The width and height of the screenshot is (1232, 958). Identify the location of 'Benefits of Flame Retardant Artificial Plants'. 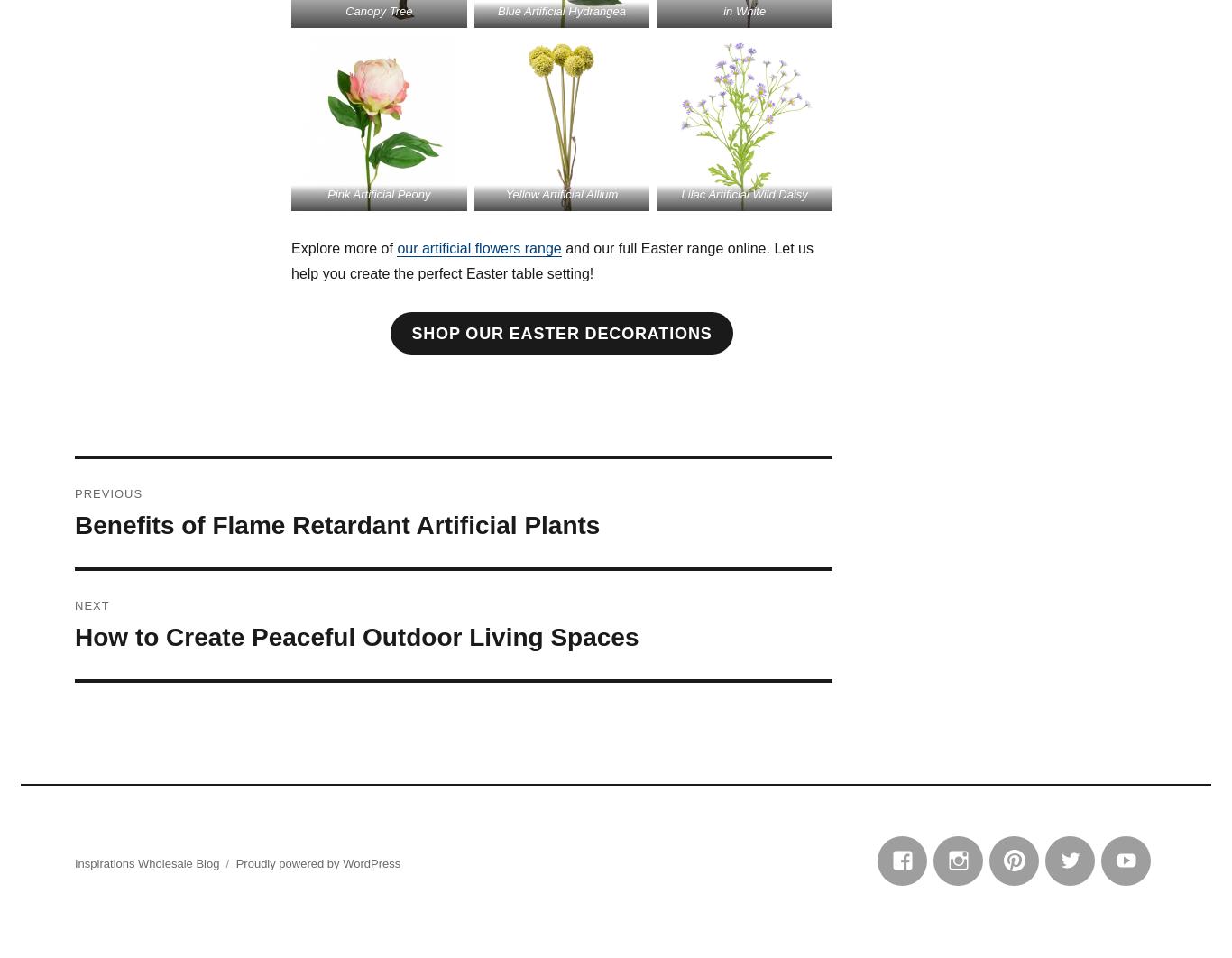
(336, 524).